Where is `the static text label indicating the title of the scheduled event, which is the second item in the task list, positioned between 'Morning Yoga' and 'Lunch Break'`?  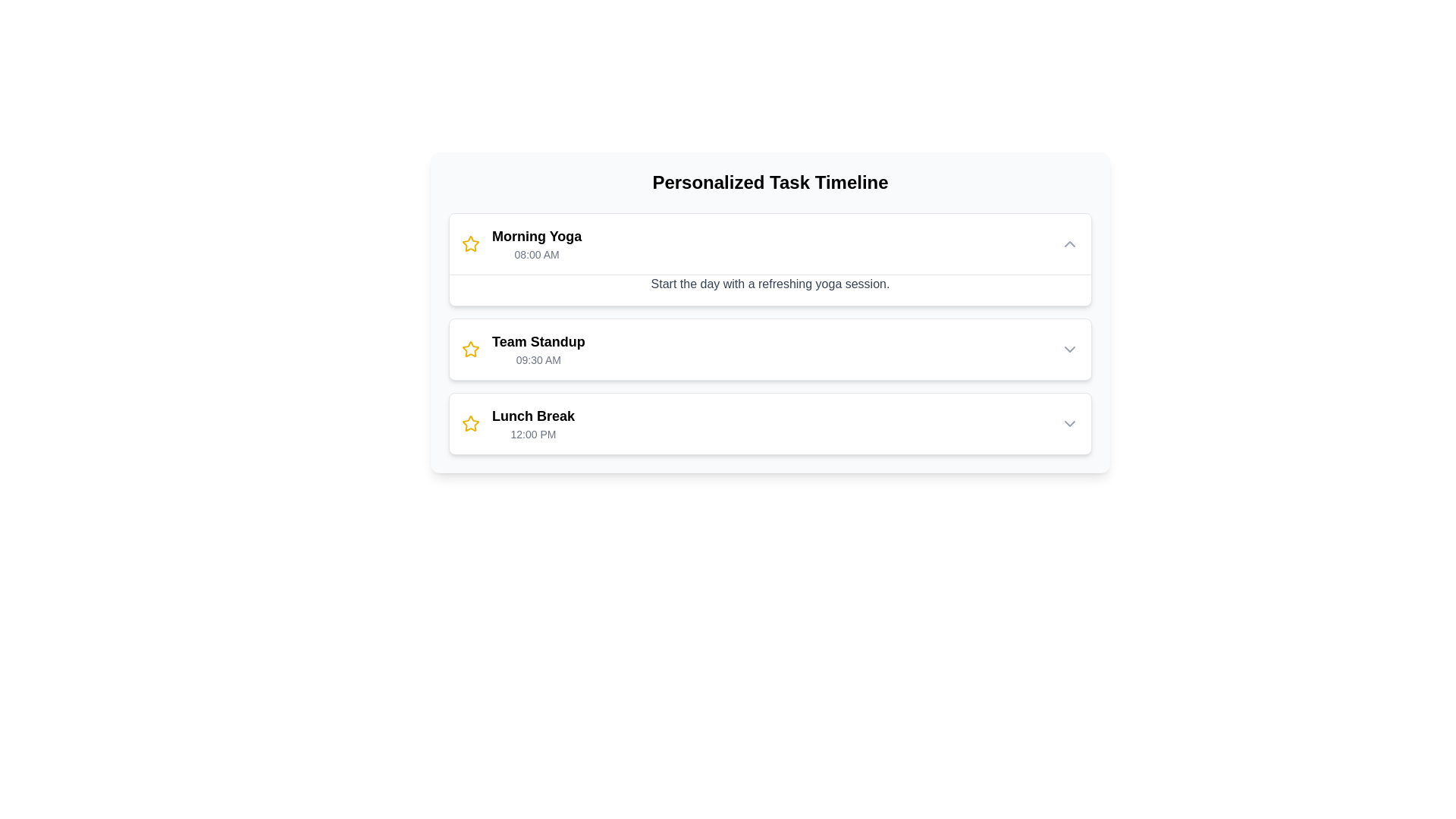 the static text label indicating the title of the scheduled event, which is the second item in the task list, positioned between 'Morning Yoga' and 'Lunch Break' is located at coordinates (538, 342).